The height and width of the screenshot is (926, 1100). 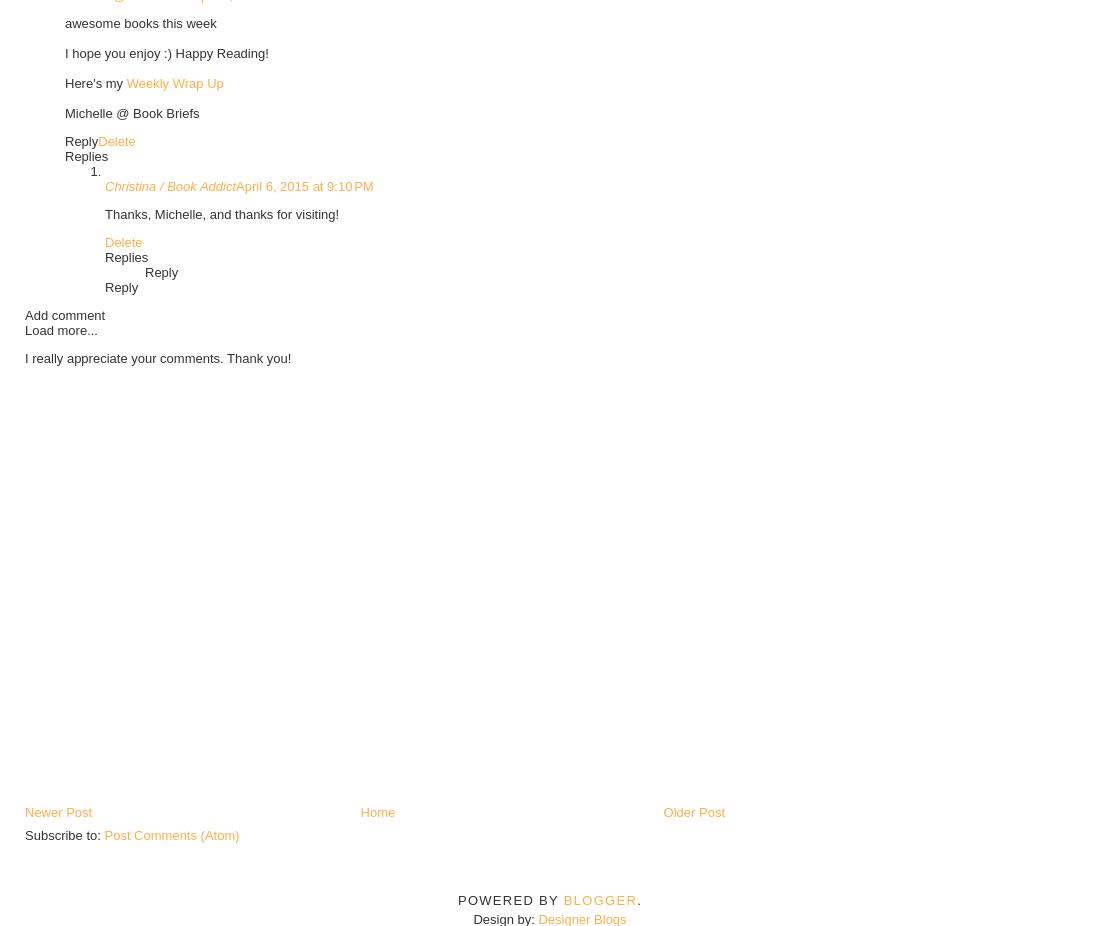 What do you see at coordinates (303, 184) in the screenshot?
I see `'April 6, 2015 at 9:10 PM'` at bounding box center [303, 184].